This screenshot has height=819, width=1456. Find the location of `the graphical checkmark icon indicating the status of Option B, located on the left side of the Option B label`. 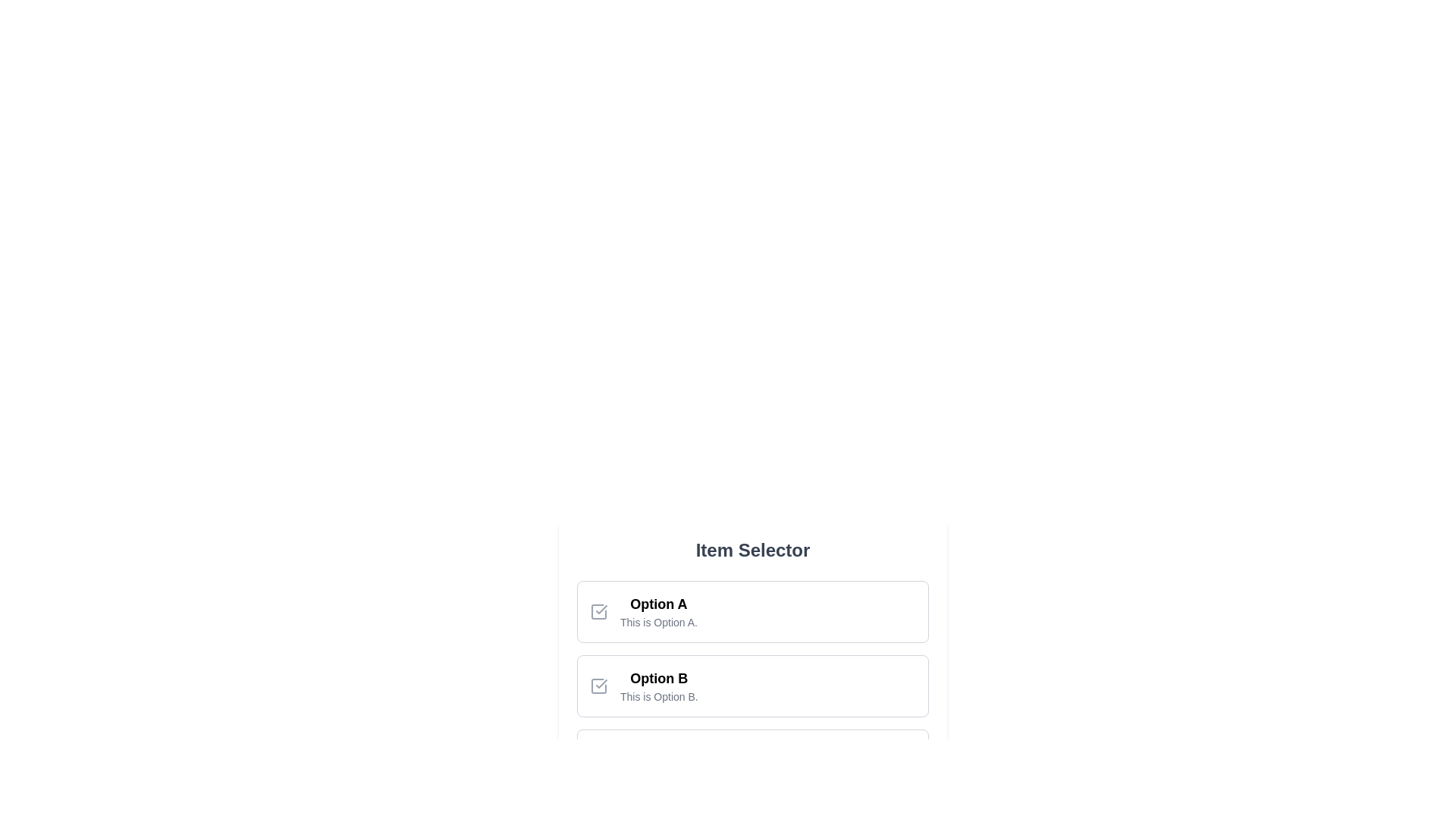

the graphical checkmark icon indicating the status of Option B, located on the left side of the Option B label is located at coordinates (601, 684).